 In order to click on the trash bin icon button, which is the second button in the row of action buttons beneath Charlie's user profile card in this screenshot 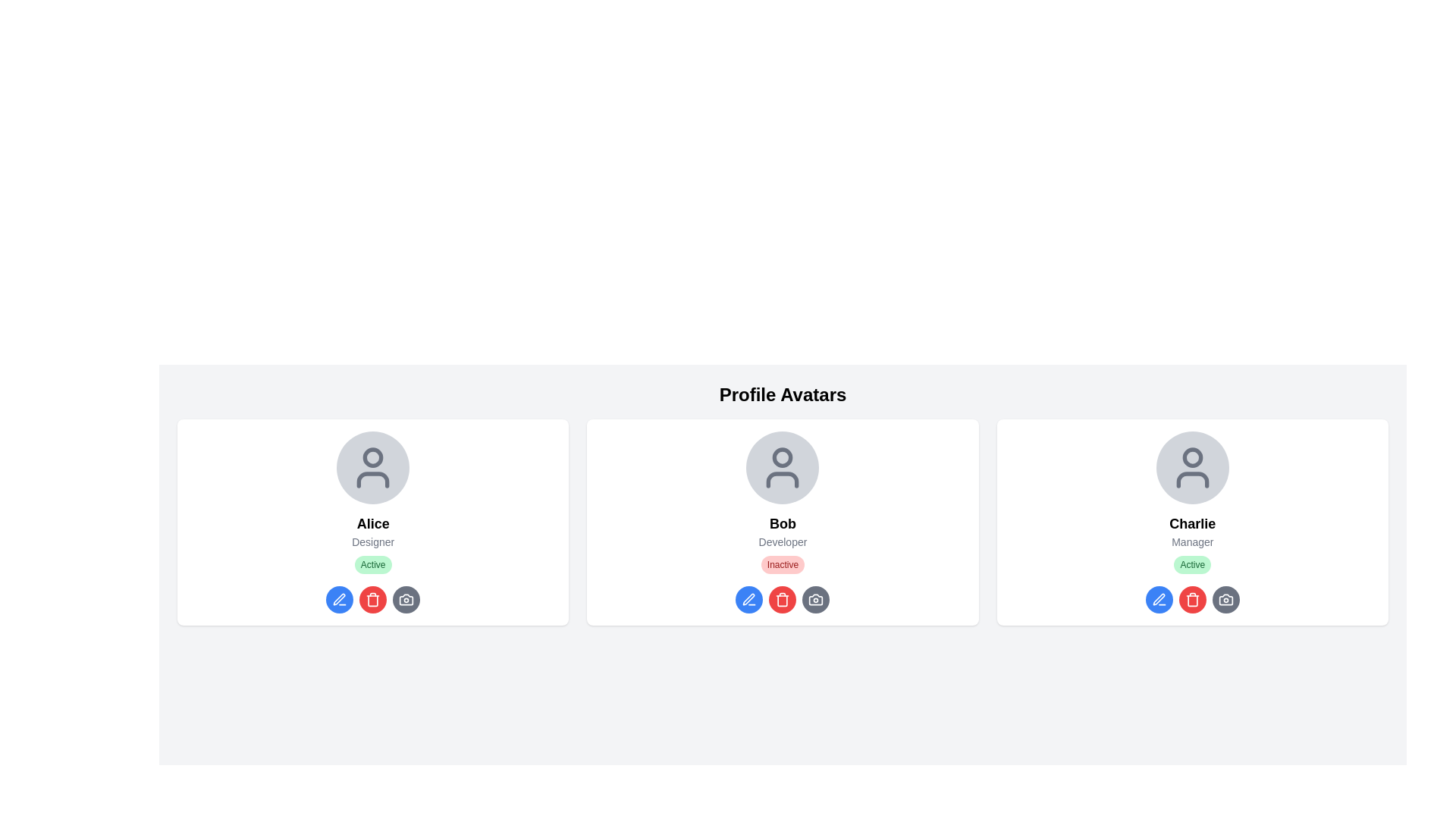, I will do `click(1191, 598)`.